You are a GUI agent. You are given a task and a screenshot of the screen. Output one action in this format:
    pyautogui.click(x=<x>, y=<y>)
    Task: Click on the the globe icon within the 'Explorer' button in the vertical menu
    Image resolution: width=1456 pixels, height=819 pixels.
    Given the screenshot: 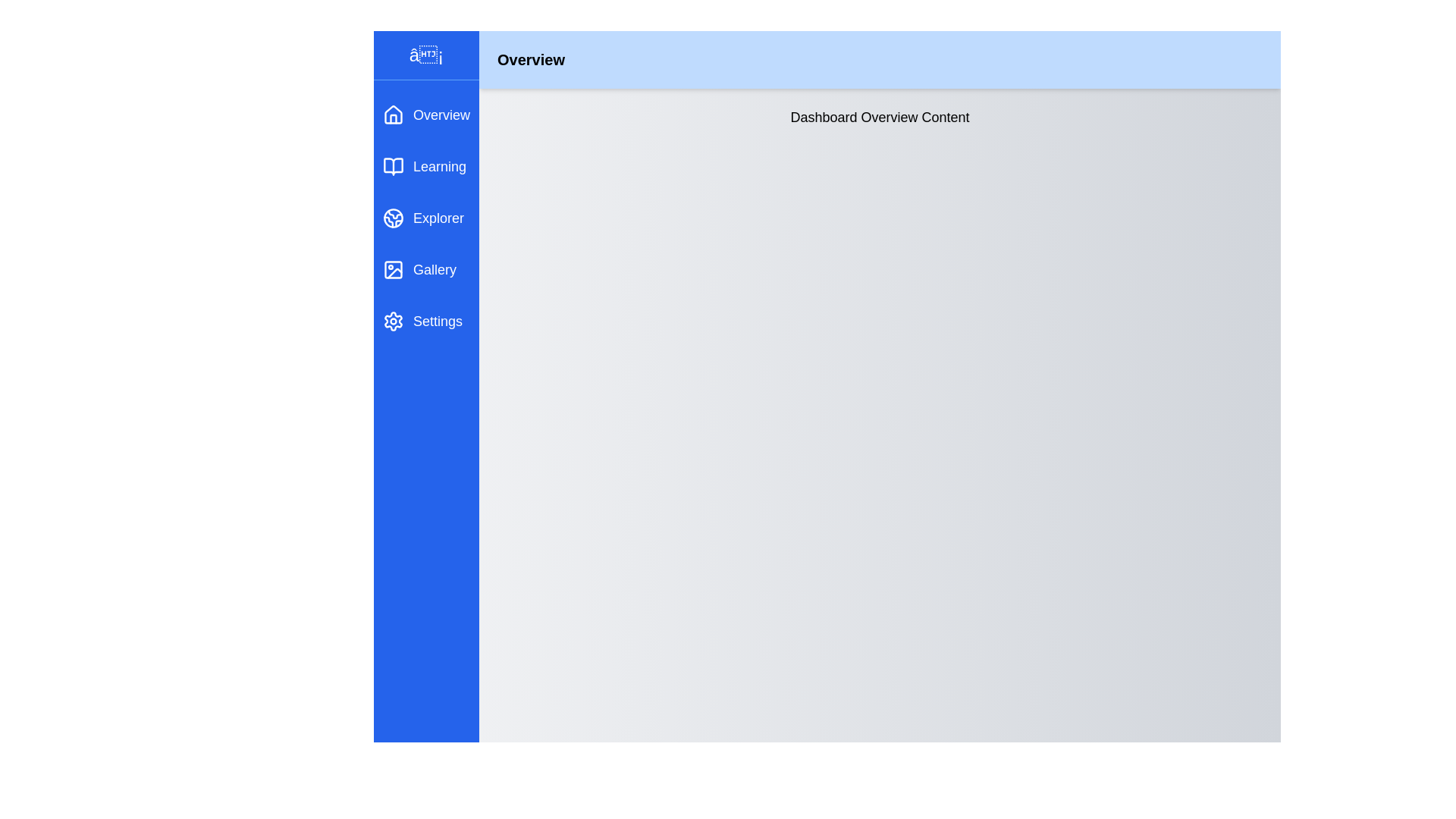 What is the action you would take?
    pyautogui.click(x=393, y=218)
    